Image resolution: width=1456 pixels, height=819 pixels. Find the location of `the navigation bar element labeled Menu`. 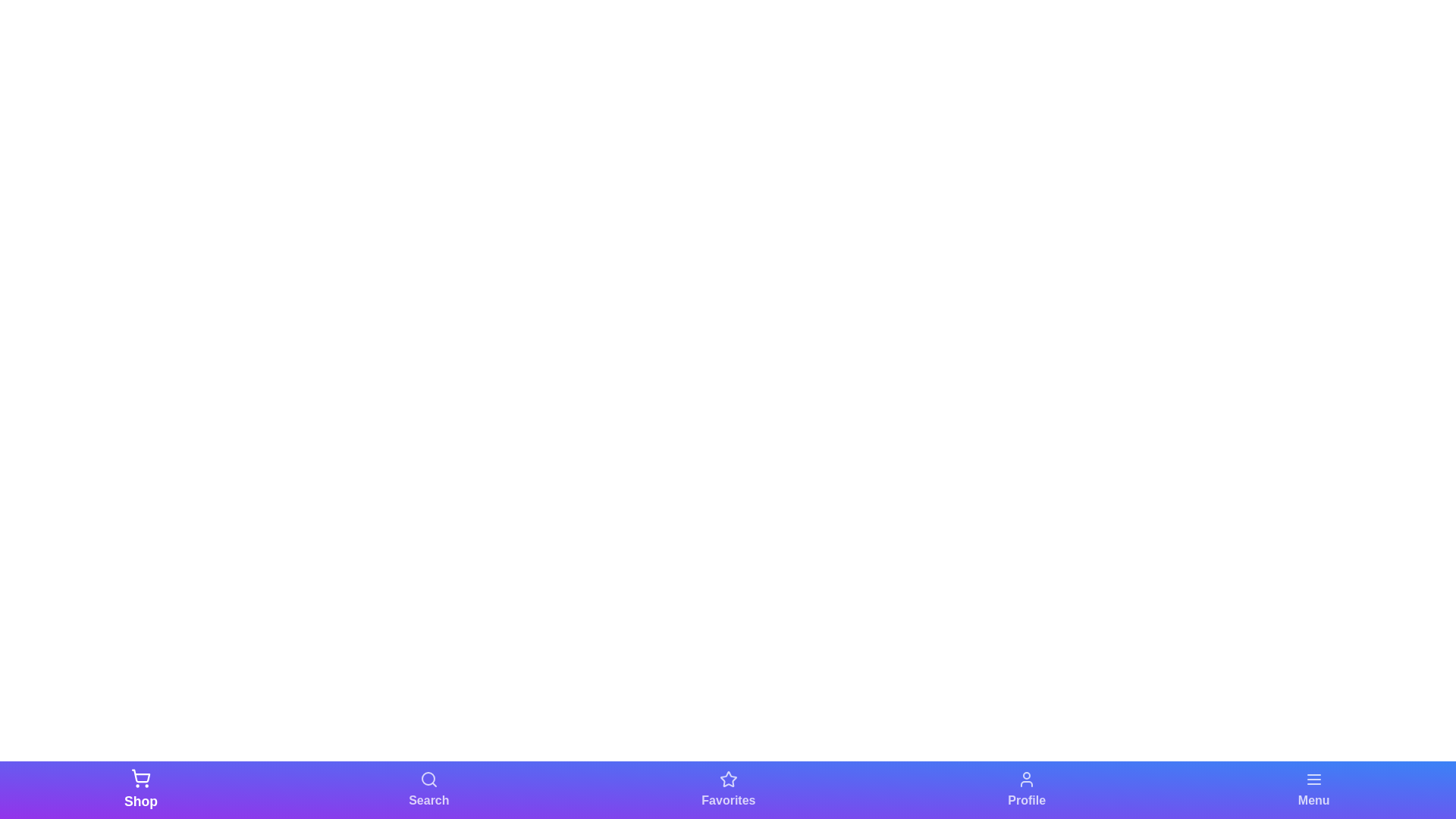

the navigation bar element labeled Menu is located at coordinates (1313, 789).